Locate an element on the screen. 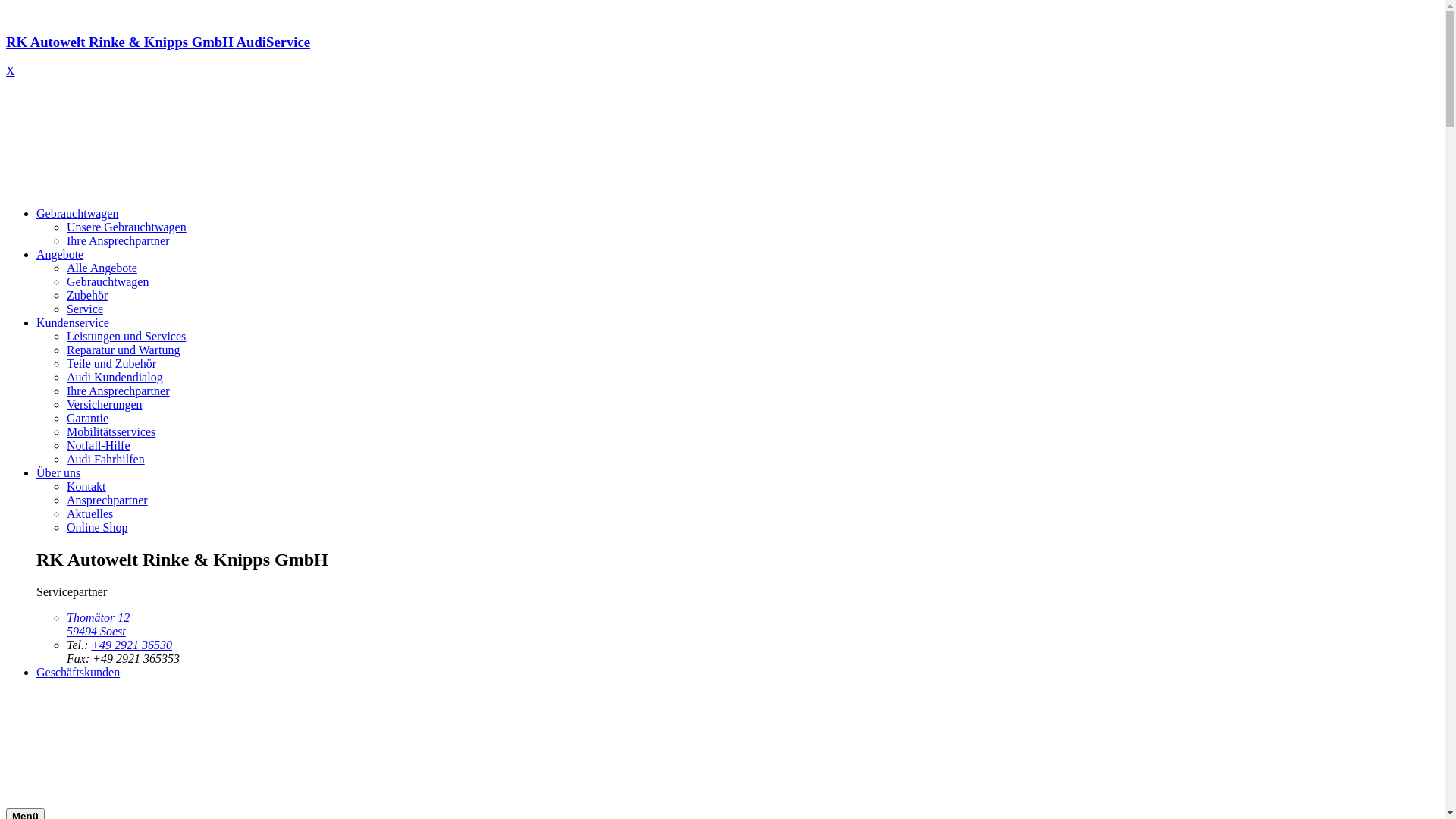 The width and height of the screenshot is (1456, 819). 'Unsere Gebrauchtwagen' is located at coordinates (127, 227).